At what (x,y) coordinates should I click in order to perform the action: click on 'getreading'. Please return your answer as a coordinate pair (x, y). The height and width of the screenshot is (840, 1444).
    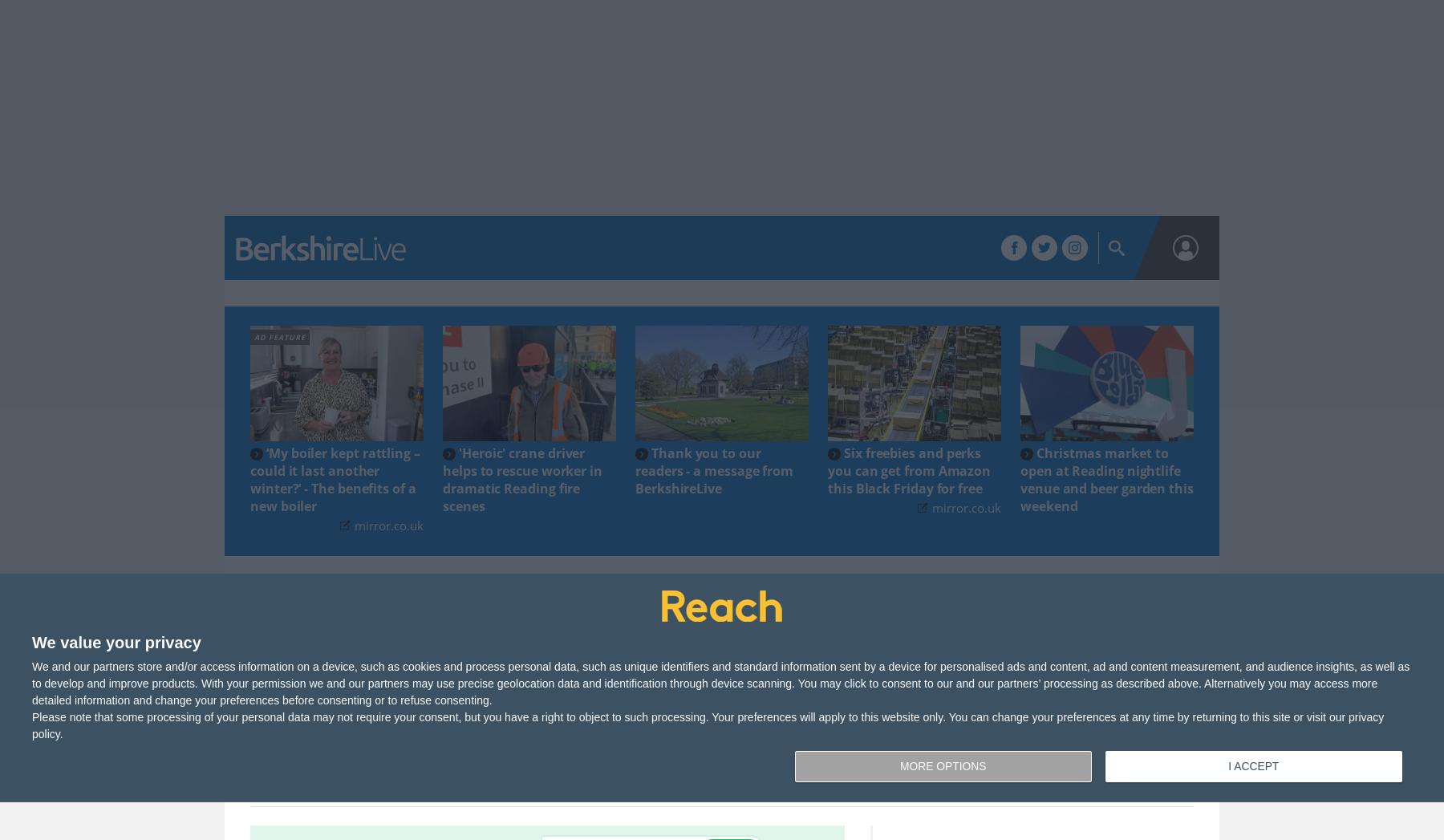
    Looking at the image, I should click on (464, 222).